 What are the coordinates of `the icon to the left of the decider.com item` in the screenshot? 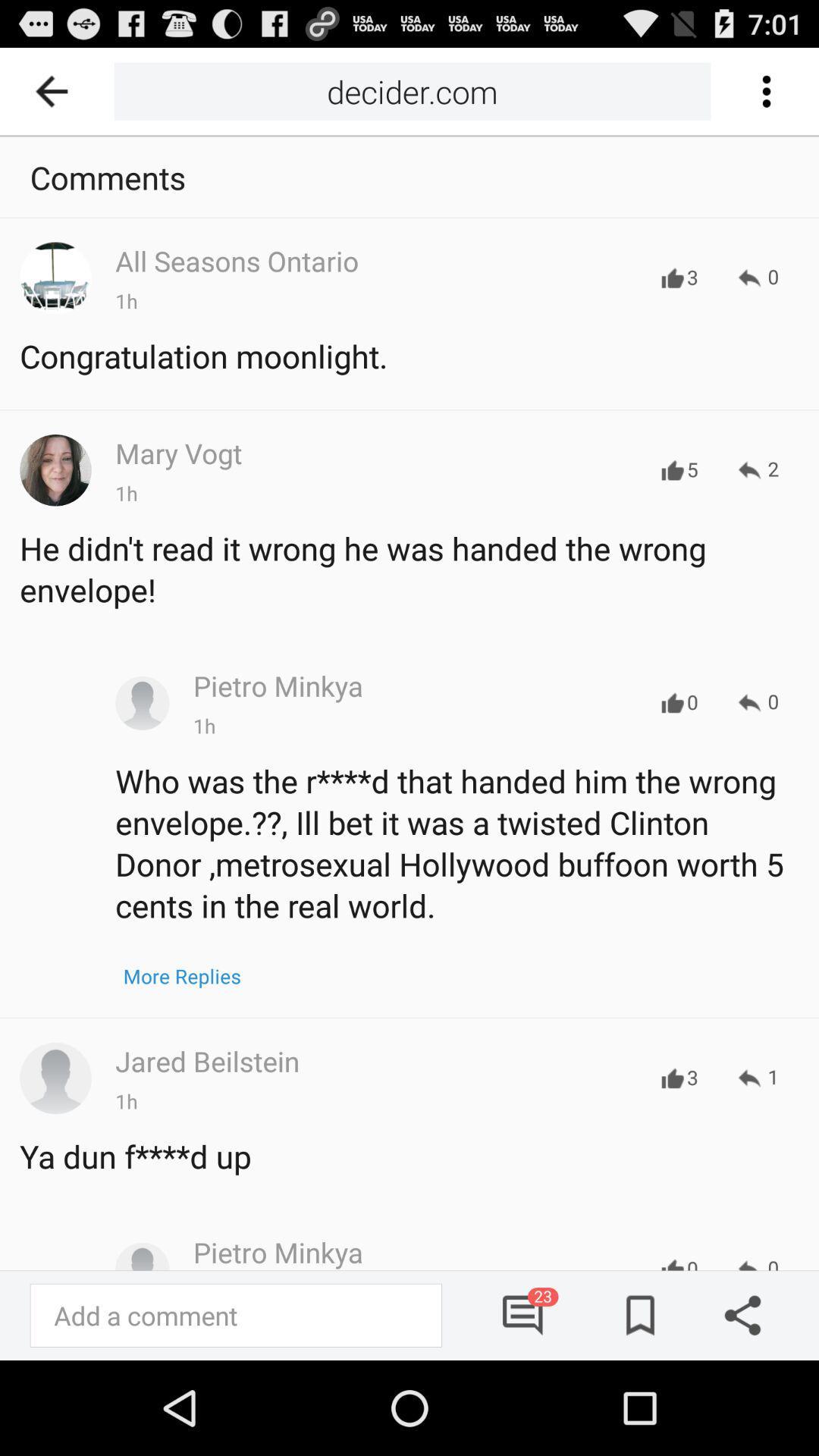 It's located at (56, 90).